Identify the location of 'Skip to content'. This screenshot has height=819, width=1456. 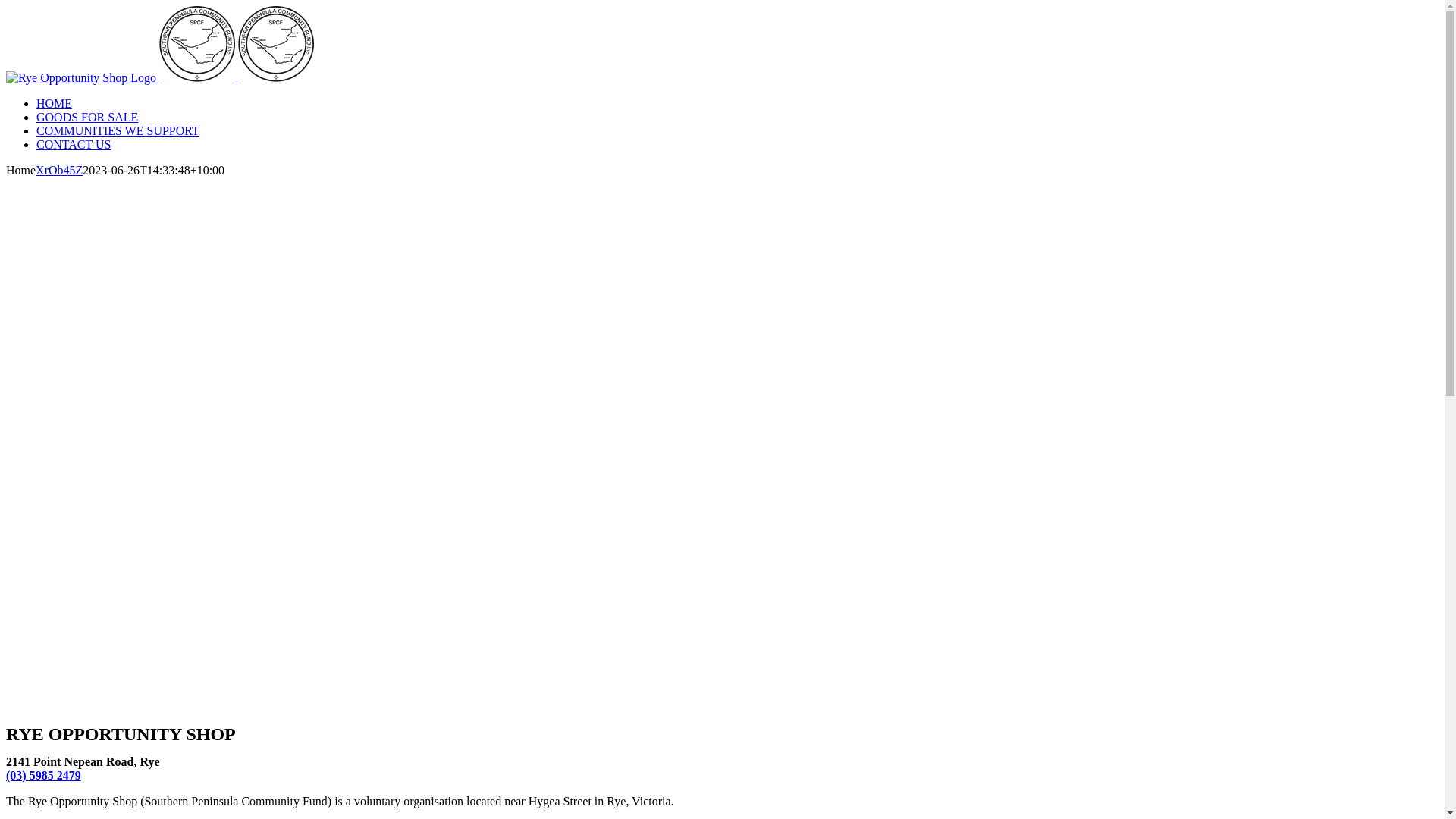
(5, 5).